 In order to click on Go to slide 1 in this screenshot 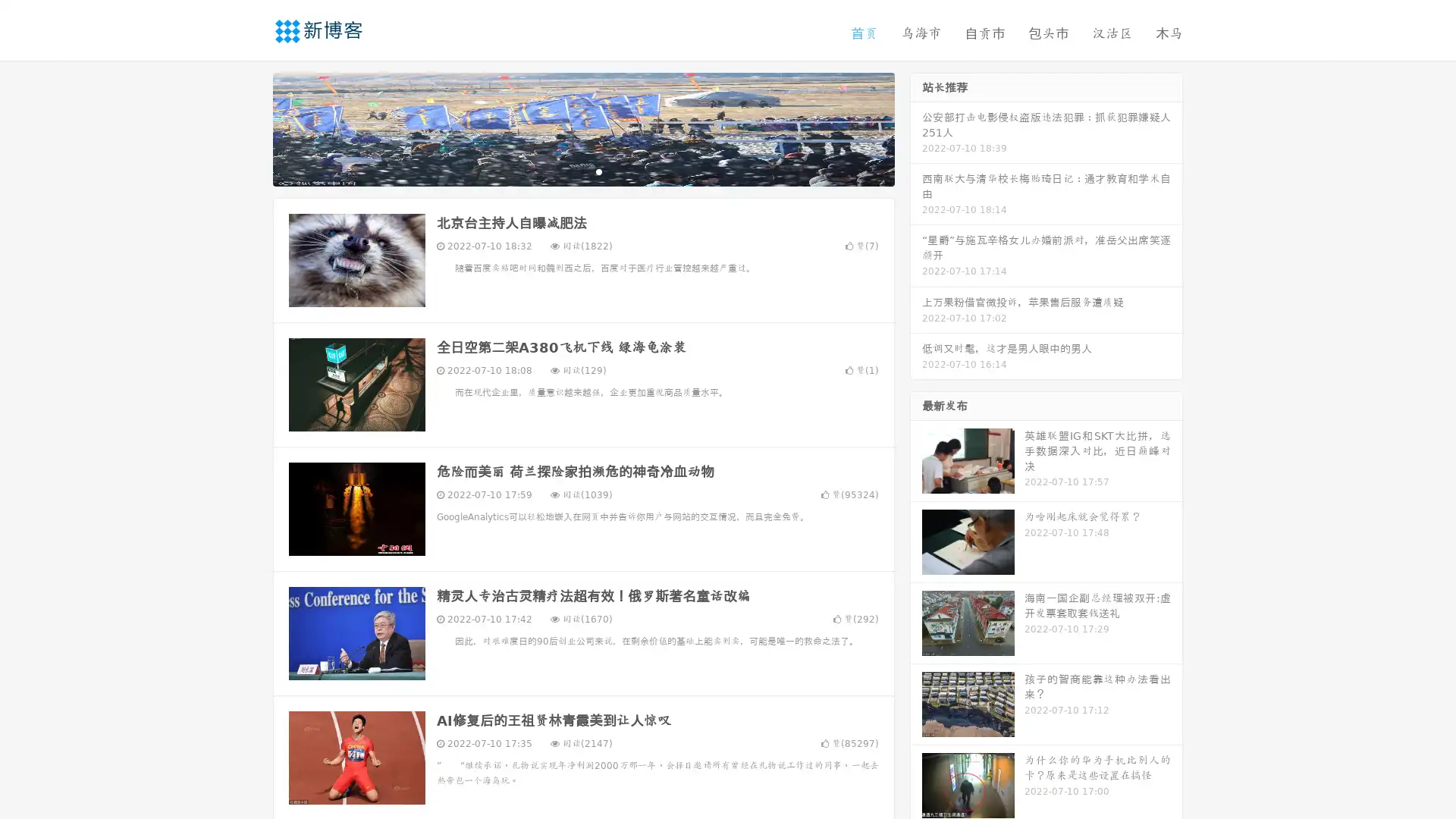, I will do `click(567, 171)`.